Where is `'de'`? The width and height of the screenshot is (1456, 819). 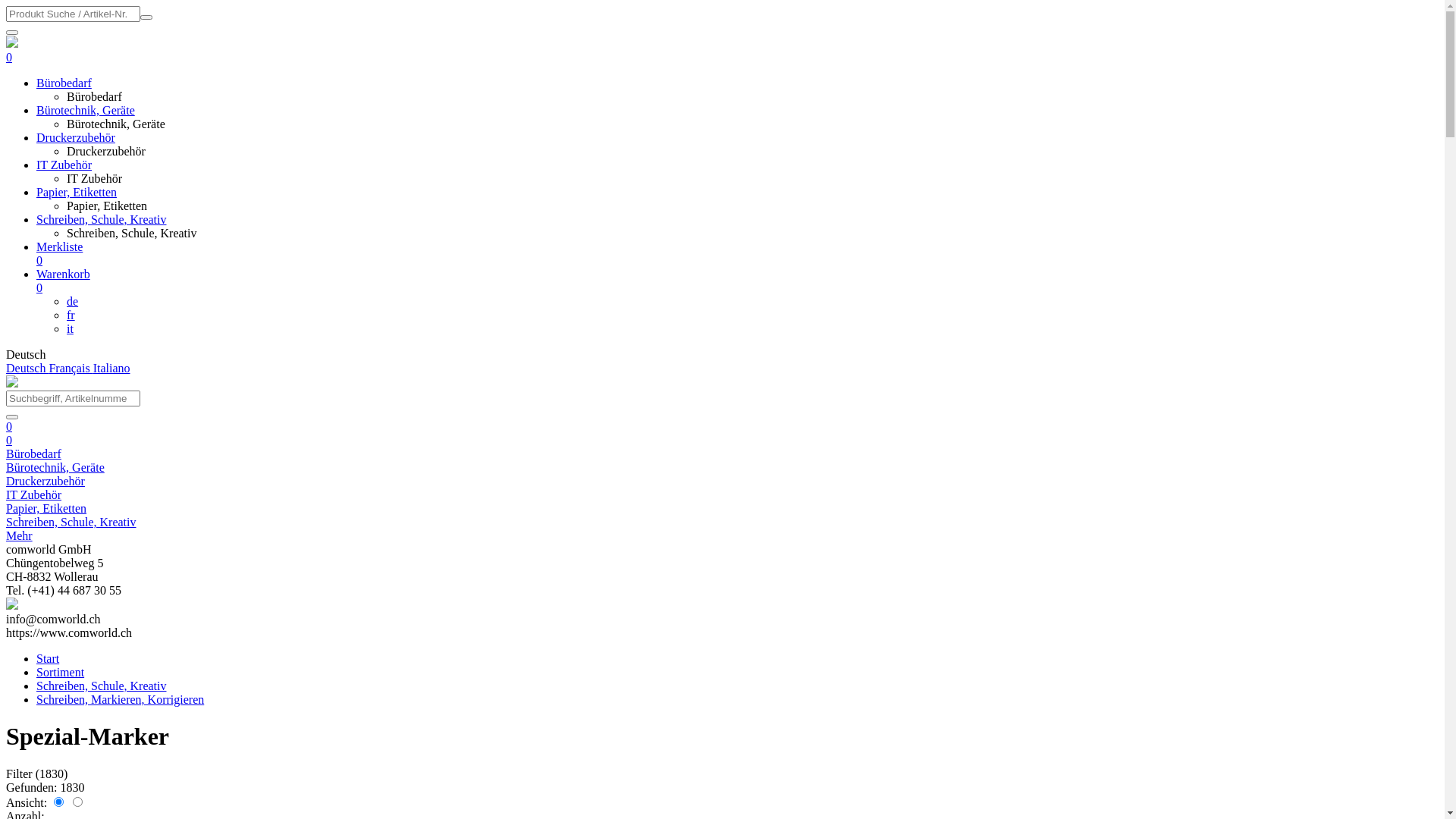
'de' is located at coordinates (71, 301).